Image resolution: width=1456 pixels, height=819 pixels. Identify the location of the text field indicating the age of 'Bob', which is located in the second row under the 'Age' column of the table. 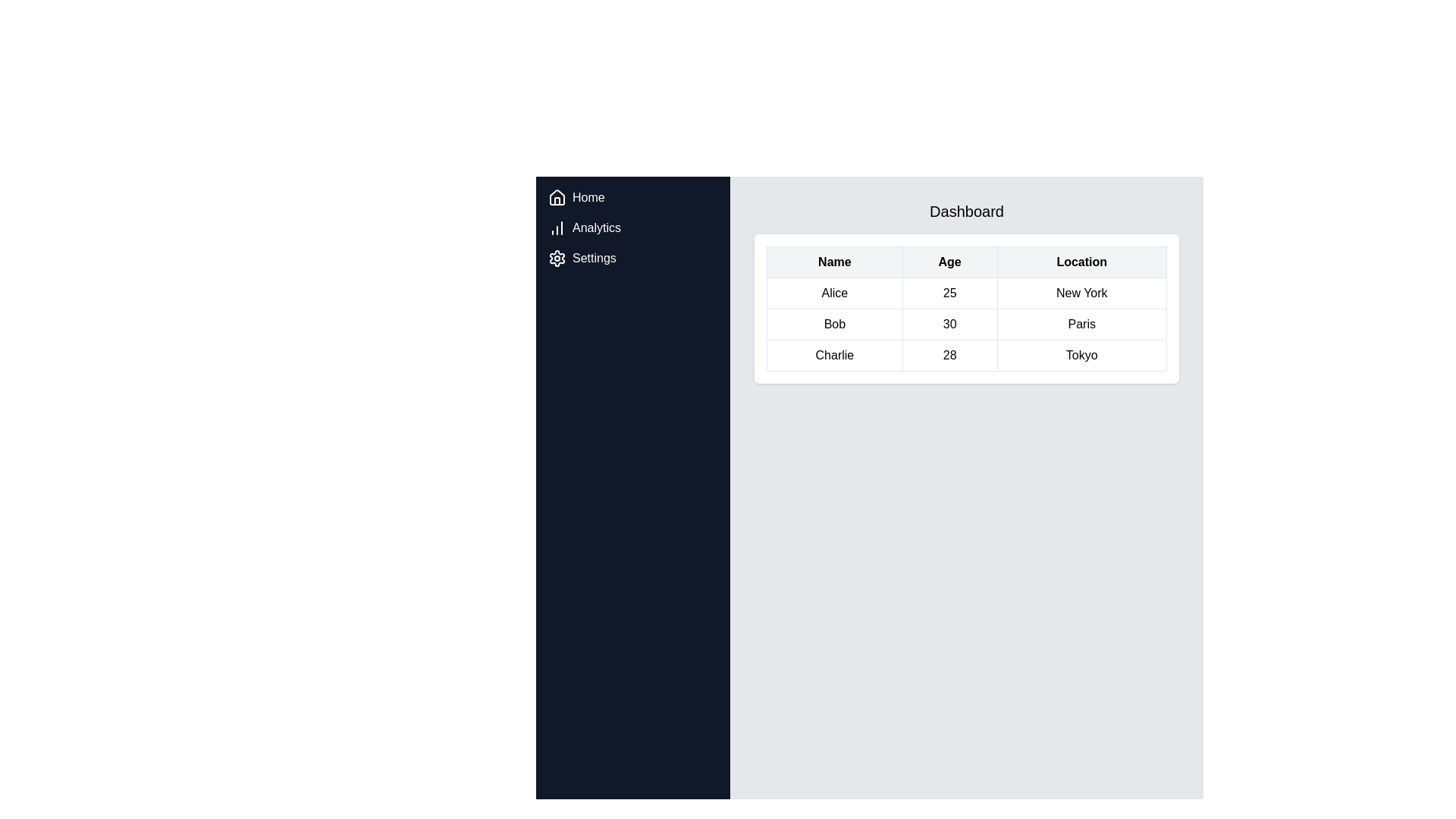
(949, 324).